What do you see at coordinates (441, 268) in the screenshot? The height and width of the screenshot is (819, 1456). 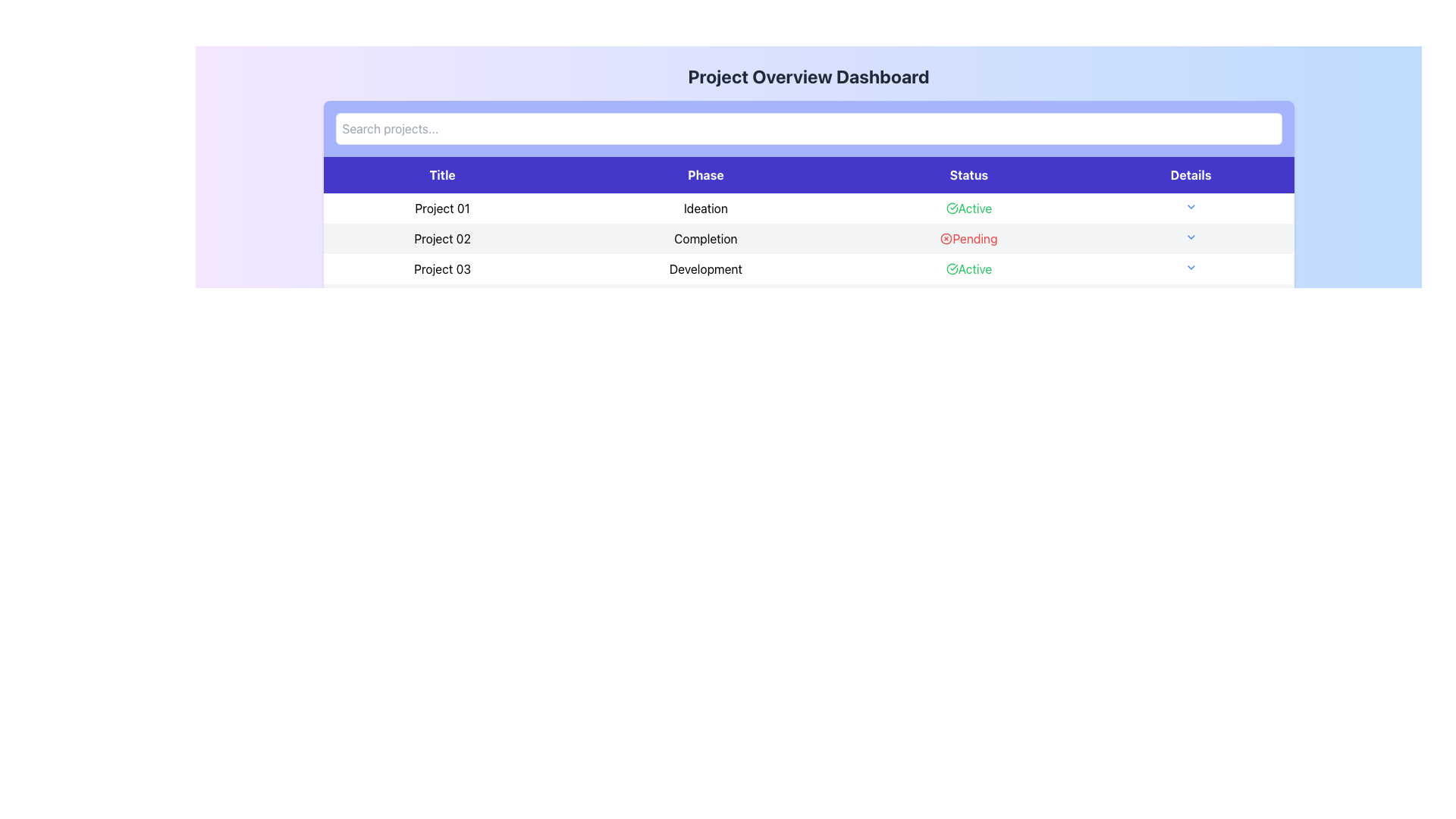 I see `the 'Project 03' text label` at bounding box center [441, 268].